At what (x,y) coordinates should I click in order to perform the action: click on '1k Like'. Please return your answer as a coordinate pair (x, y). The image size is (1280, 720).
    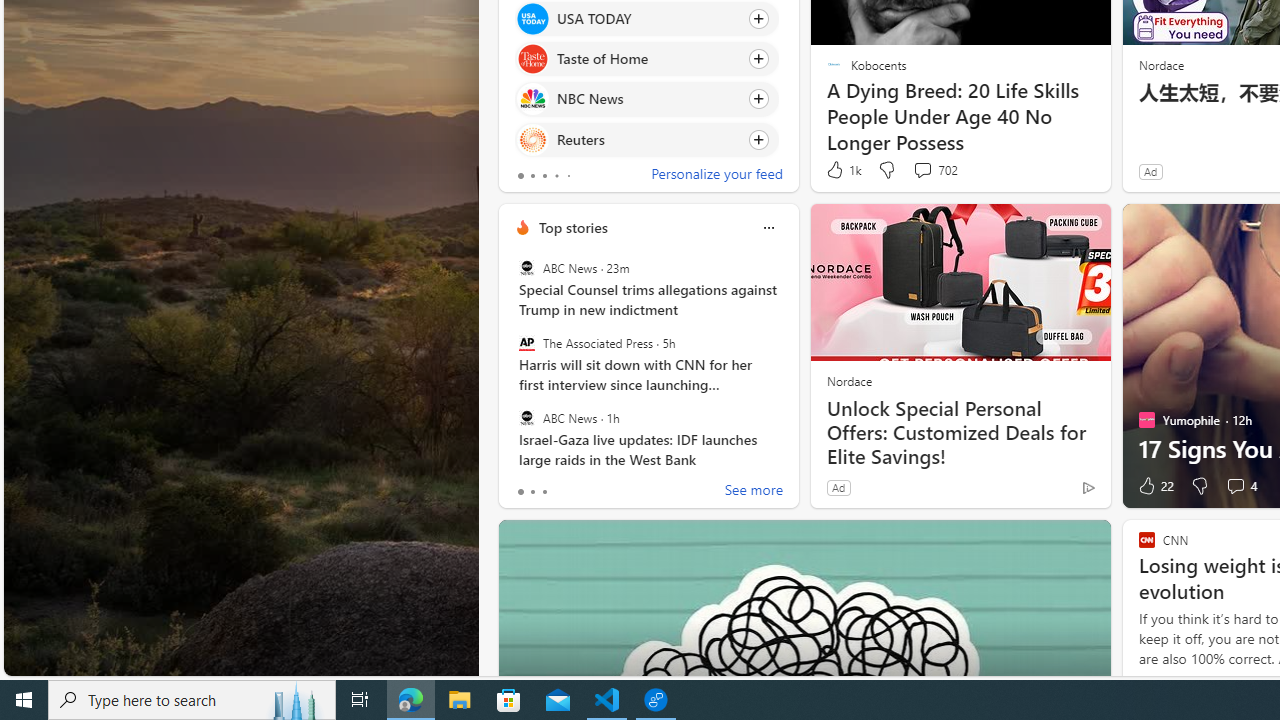
    Looking at the image, I should click on (842, 169).